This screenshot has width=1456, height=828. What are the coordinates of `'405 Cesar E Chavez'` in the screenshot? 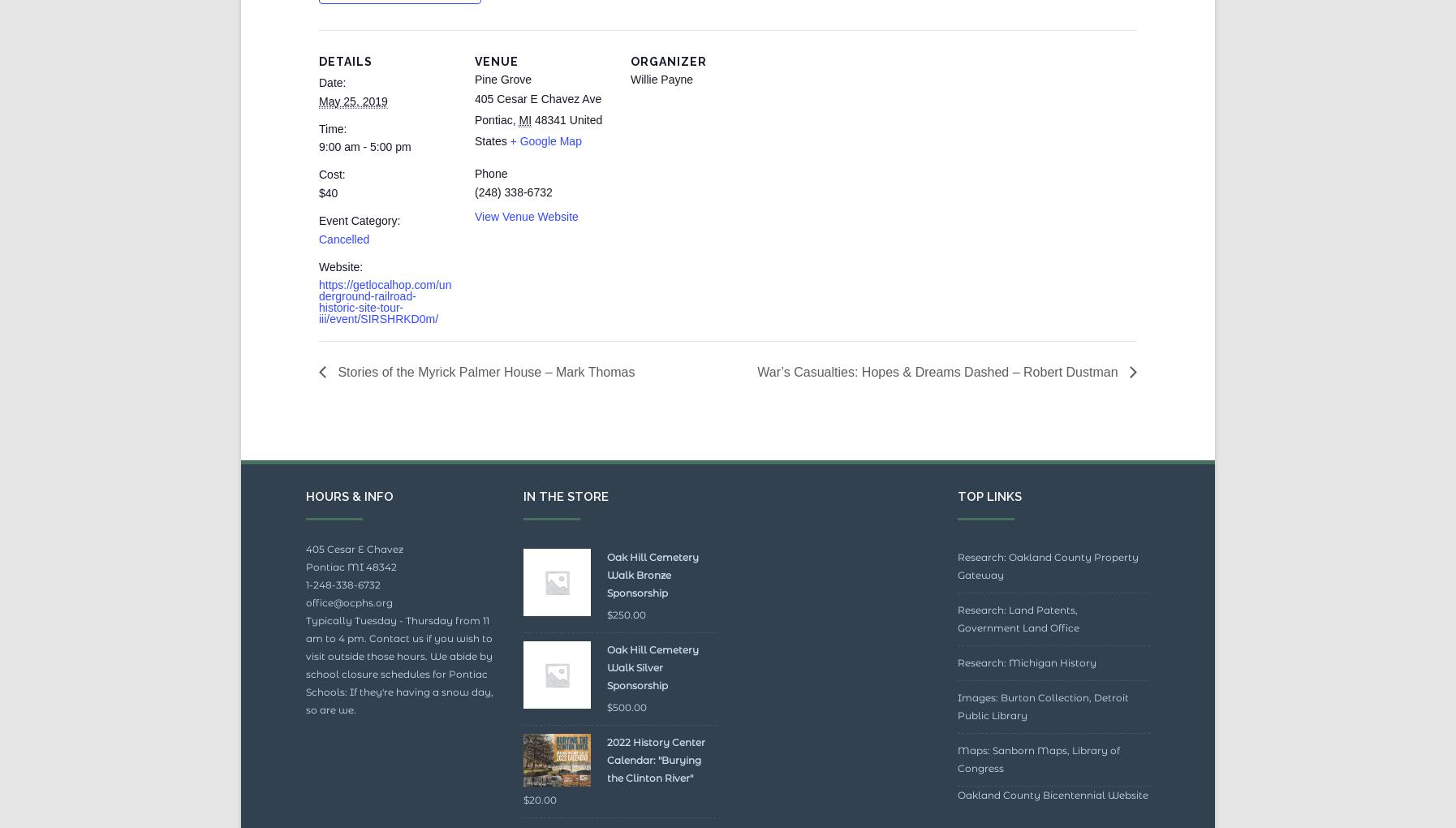 It's located at (354, 585).